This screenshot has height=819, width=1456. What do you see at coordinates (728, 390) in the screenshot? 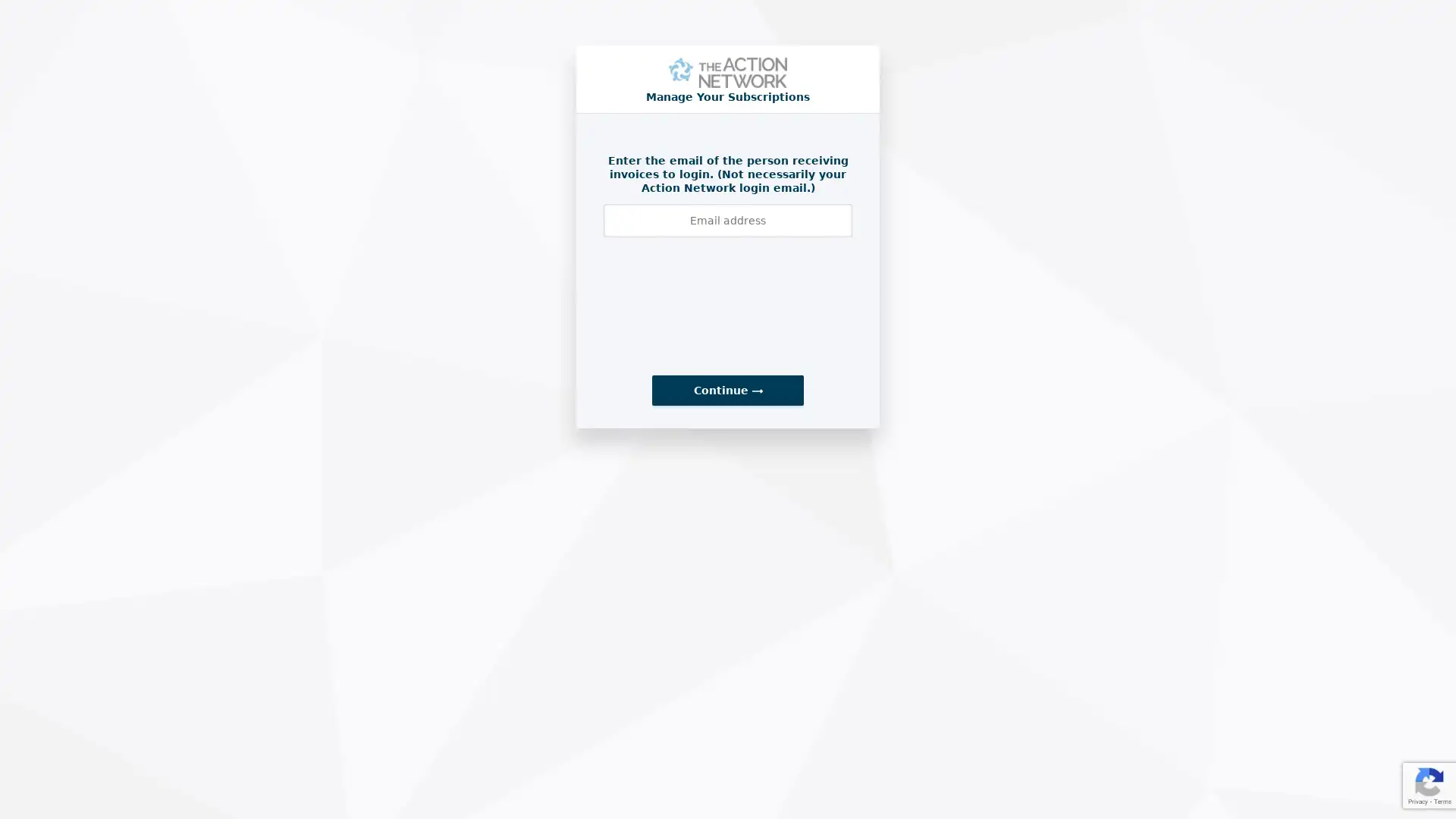
I see `Continue` at bounding box center [728, 390].